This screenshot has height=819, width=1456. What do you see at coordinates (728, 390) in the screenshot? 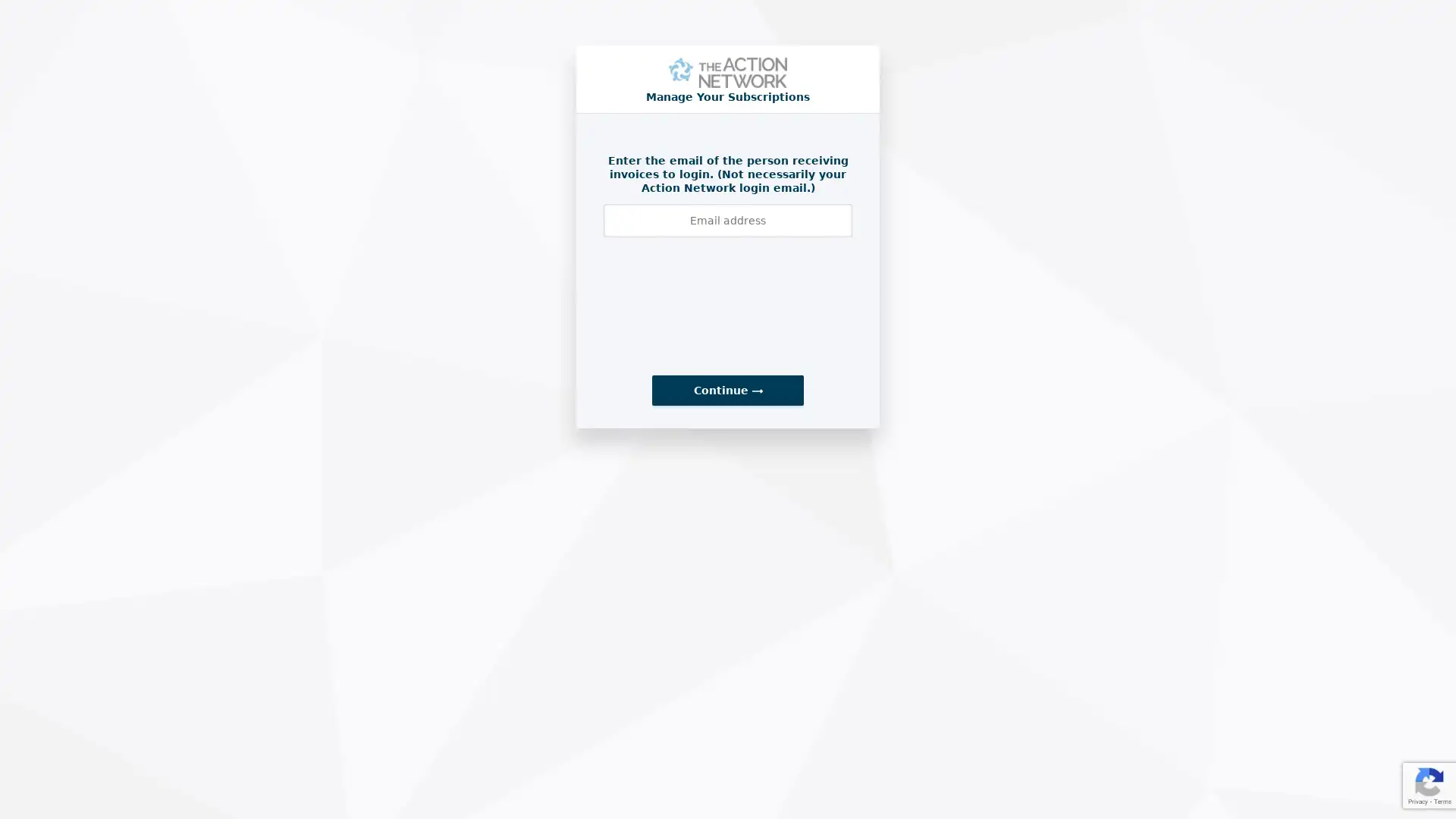
I see `Continue` at bounding box center [728, 390].